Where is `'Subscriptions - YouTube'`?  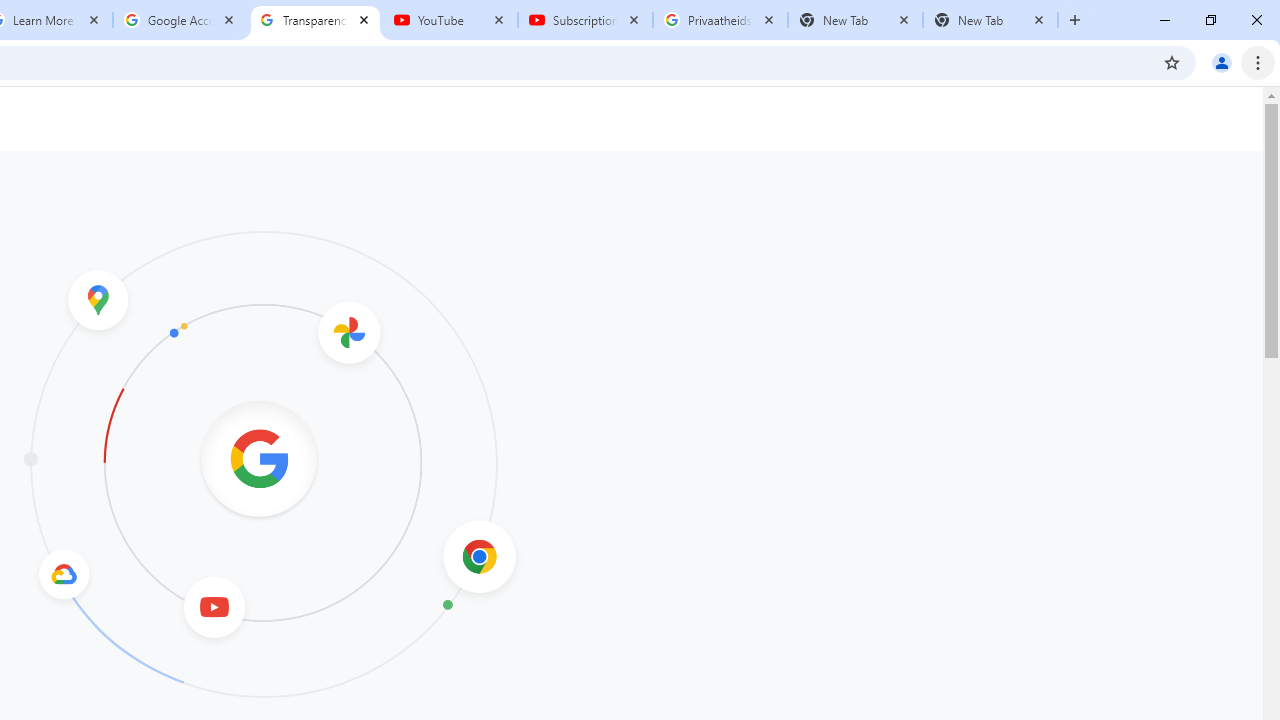
'Subscriptions - YouTube' is located at coordinates (584, 20).